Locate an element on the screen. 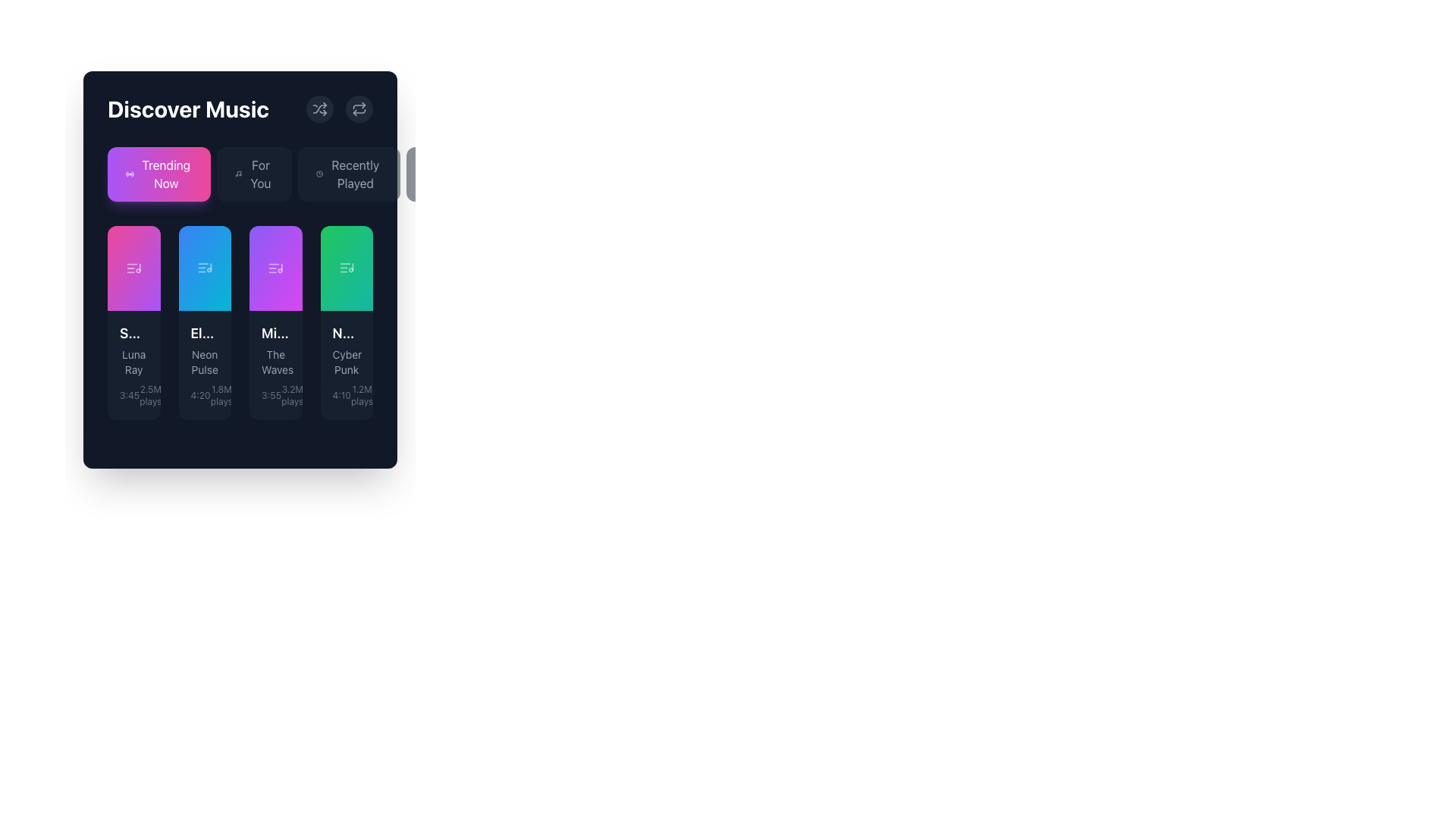 Image resolution: width=1456 pixels, height=819 pixels. the text label displaying 'Luna Ray', which is styled with a small font size and gray color, located within a dark-themed card below the track title 'Summer Nights' is located at coordinates (133, 362).